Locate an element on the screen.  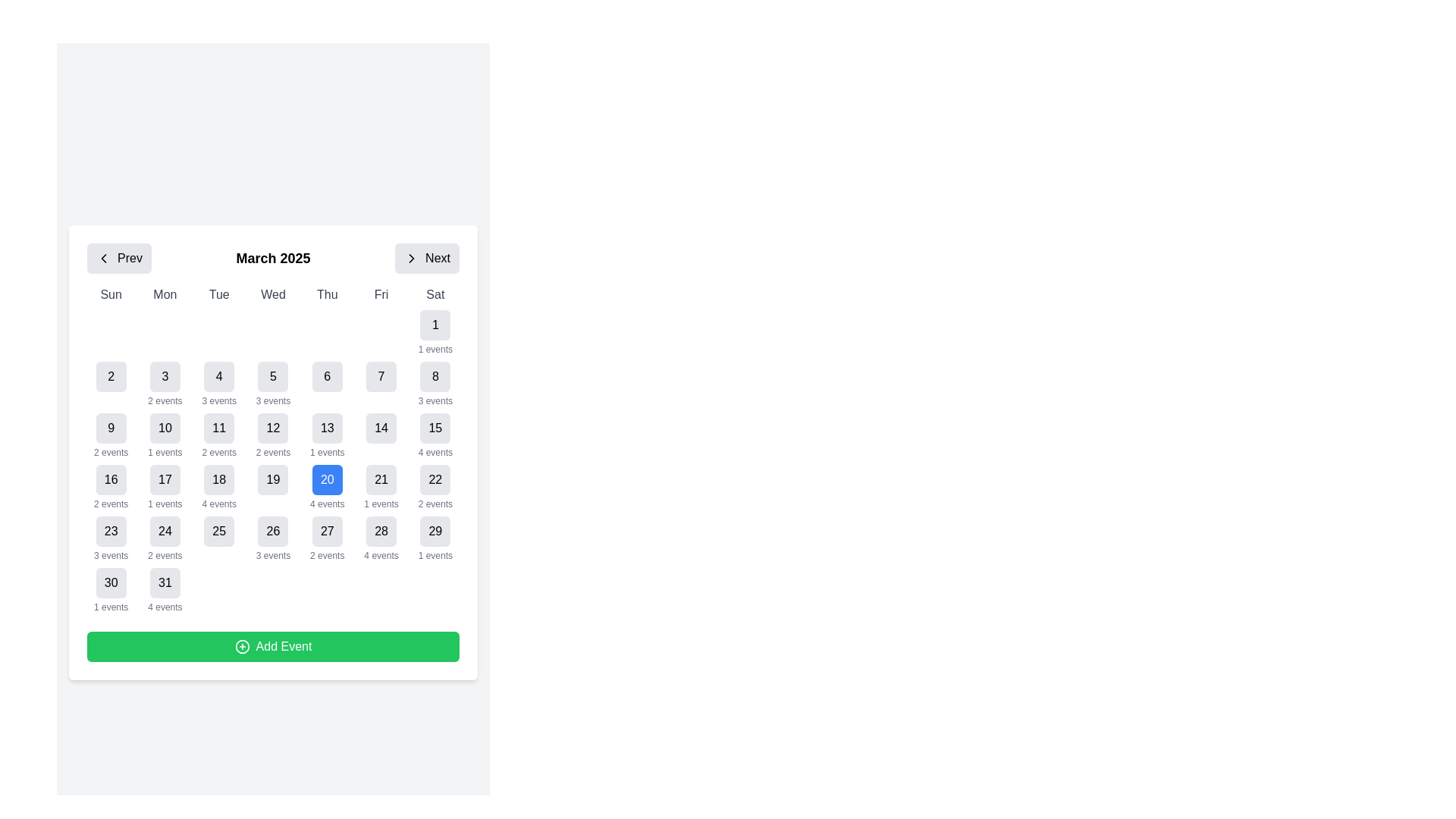
the square button labeled '16' with a light gray background is located at coordinates (110, 479).